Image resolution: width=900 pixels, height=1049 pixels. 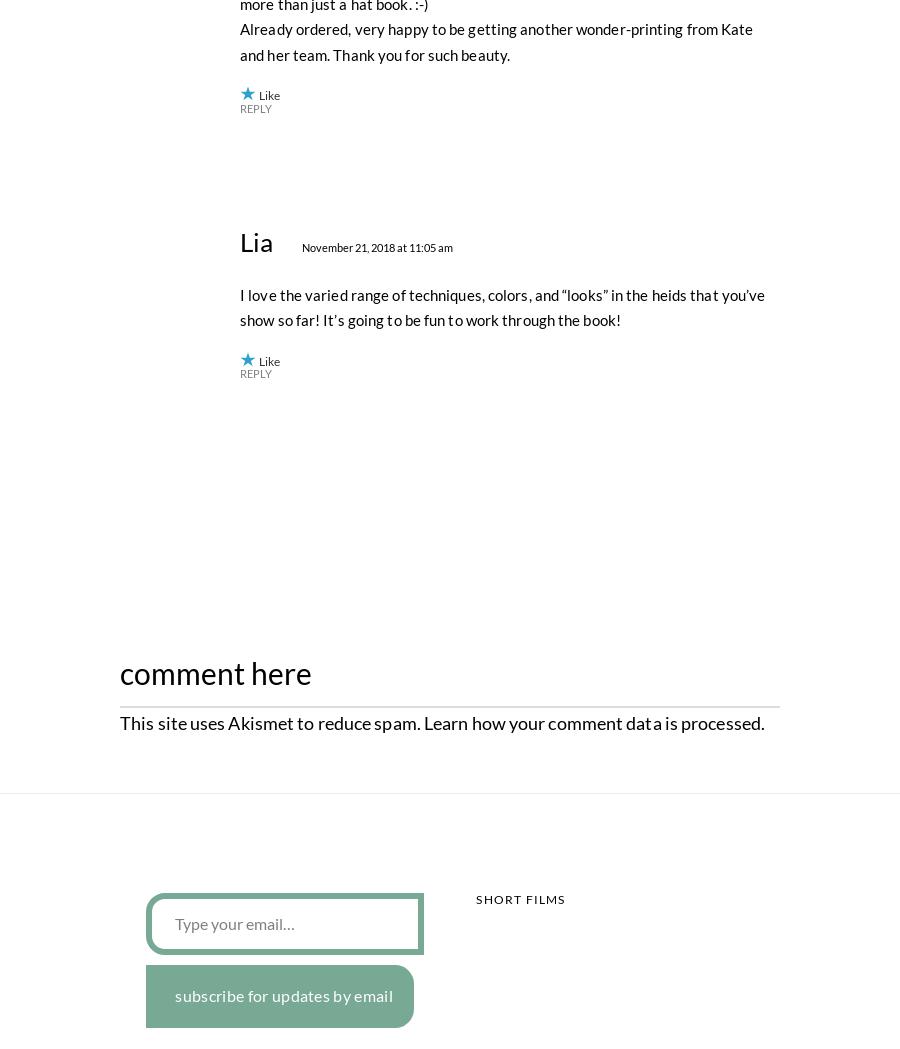 I want to click on 'Anna', so click(x=268, y=364).